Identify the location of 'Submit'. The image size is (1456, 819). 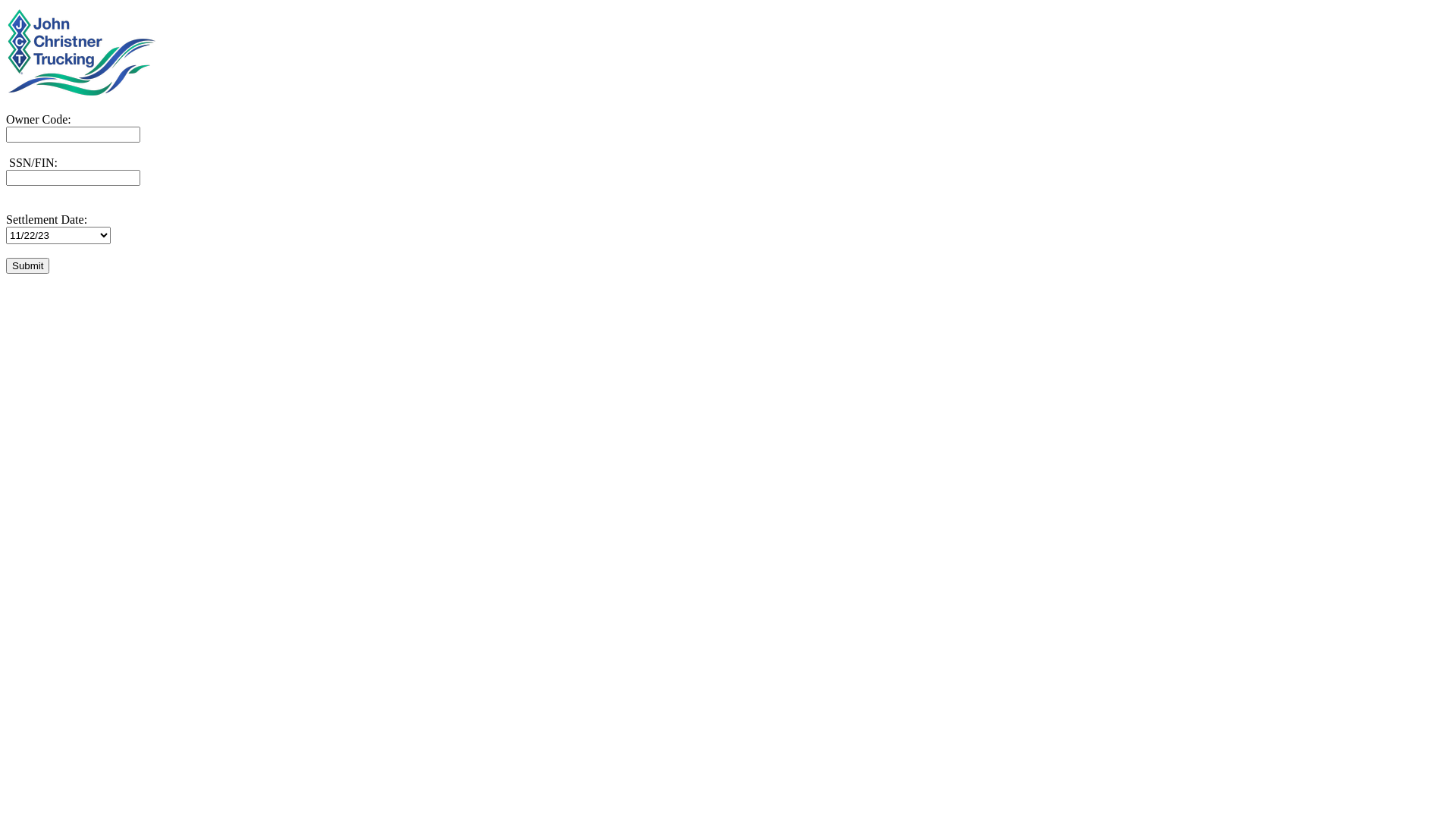
(27, 265).